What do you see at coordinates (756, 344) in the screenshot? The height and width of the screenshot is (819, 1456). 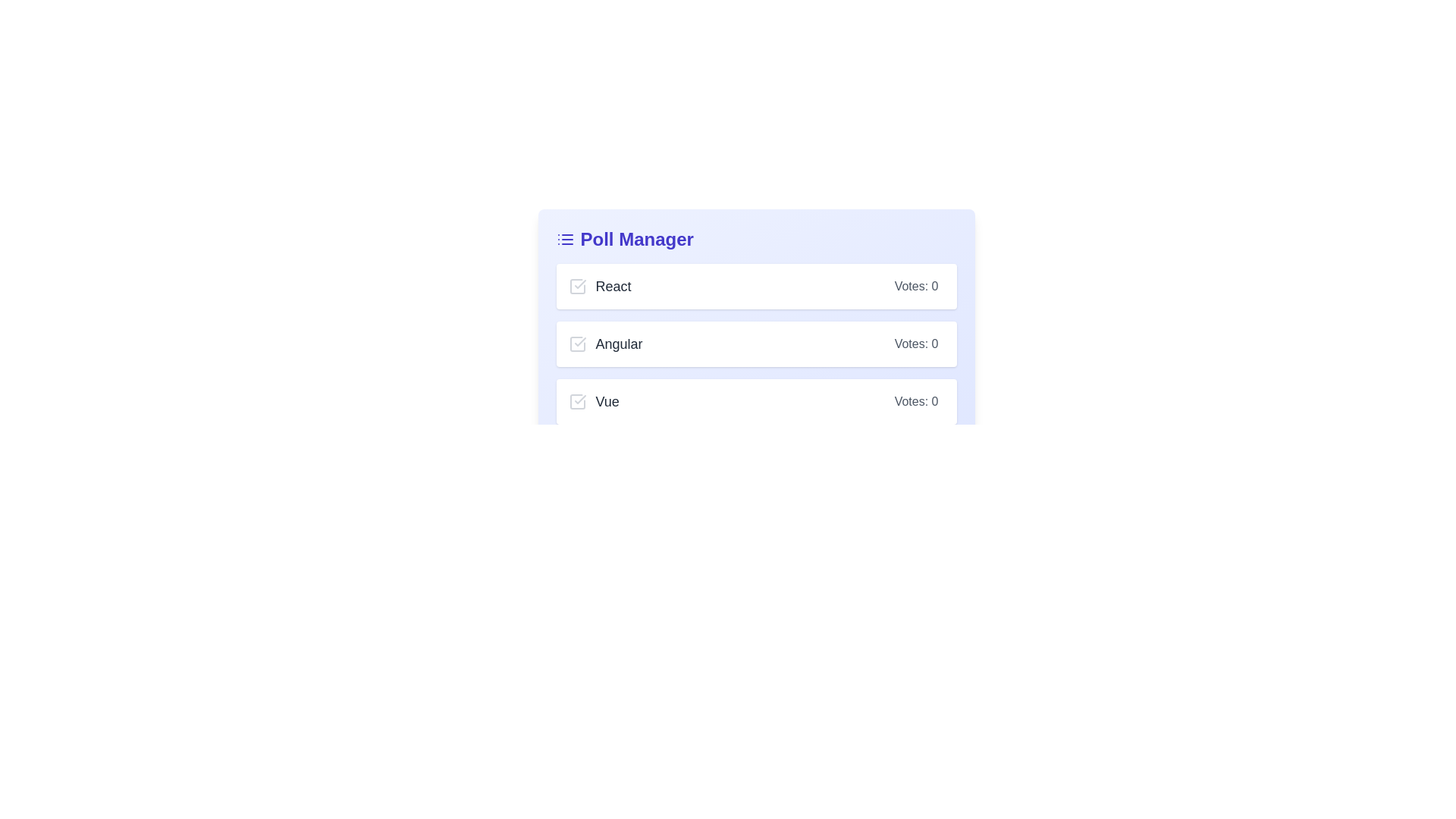 I see `the checkbox for the 'Angular' option in the Poll Manager` at bounding box center [756, 344].